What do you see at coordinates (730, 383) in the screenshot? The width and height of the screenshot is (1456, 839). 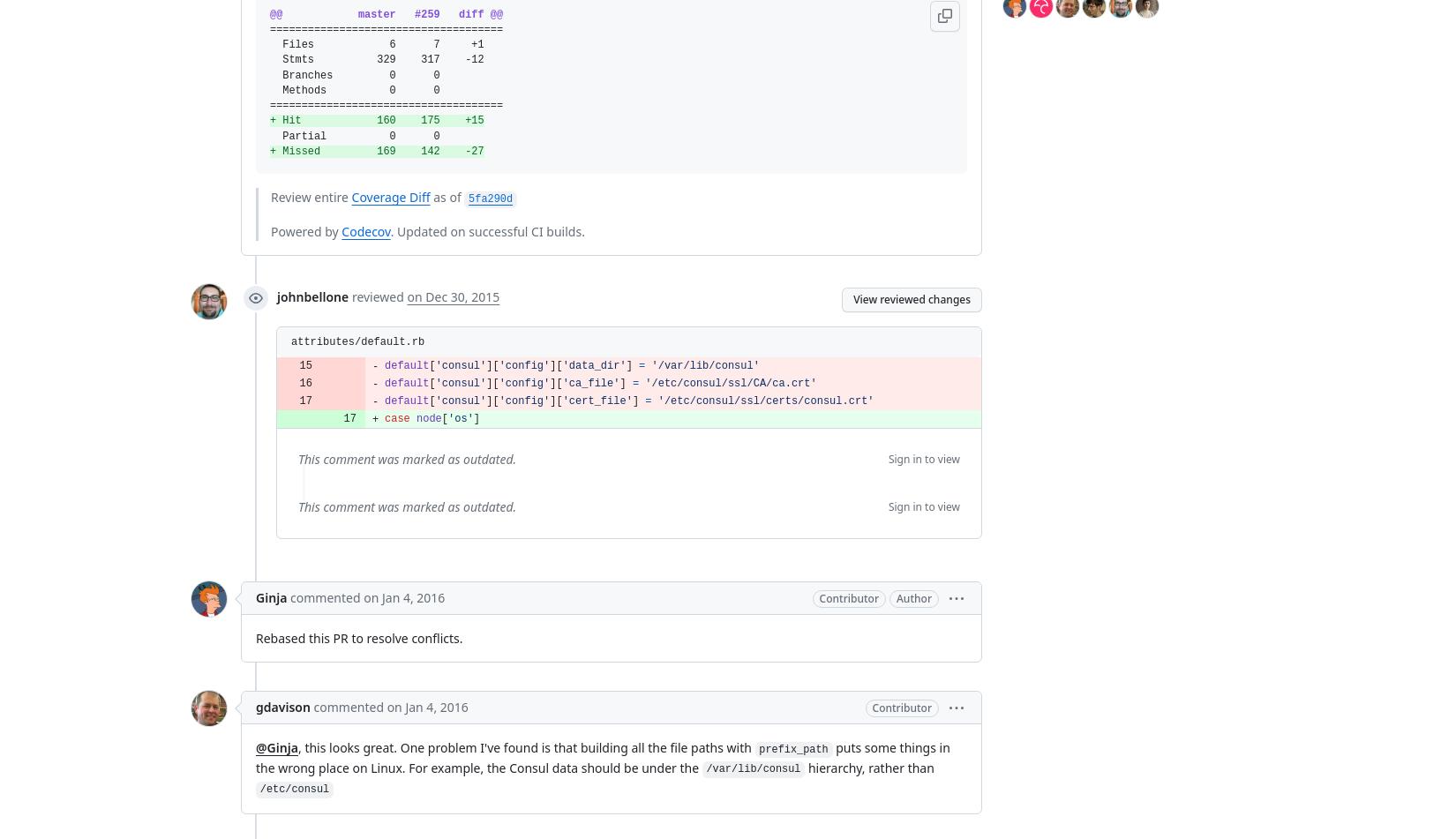 I see `''/etc/consul/ssl/CA/ca.crt''` at bounding box center [730, 383].